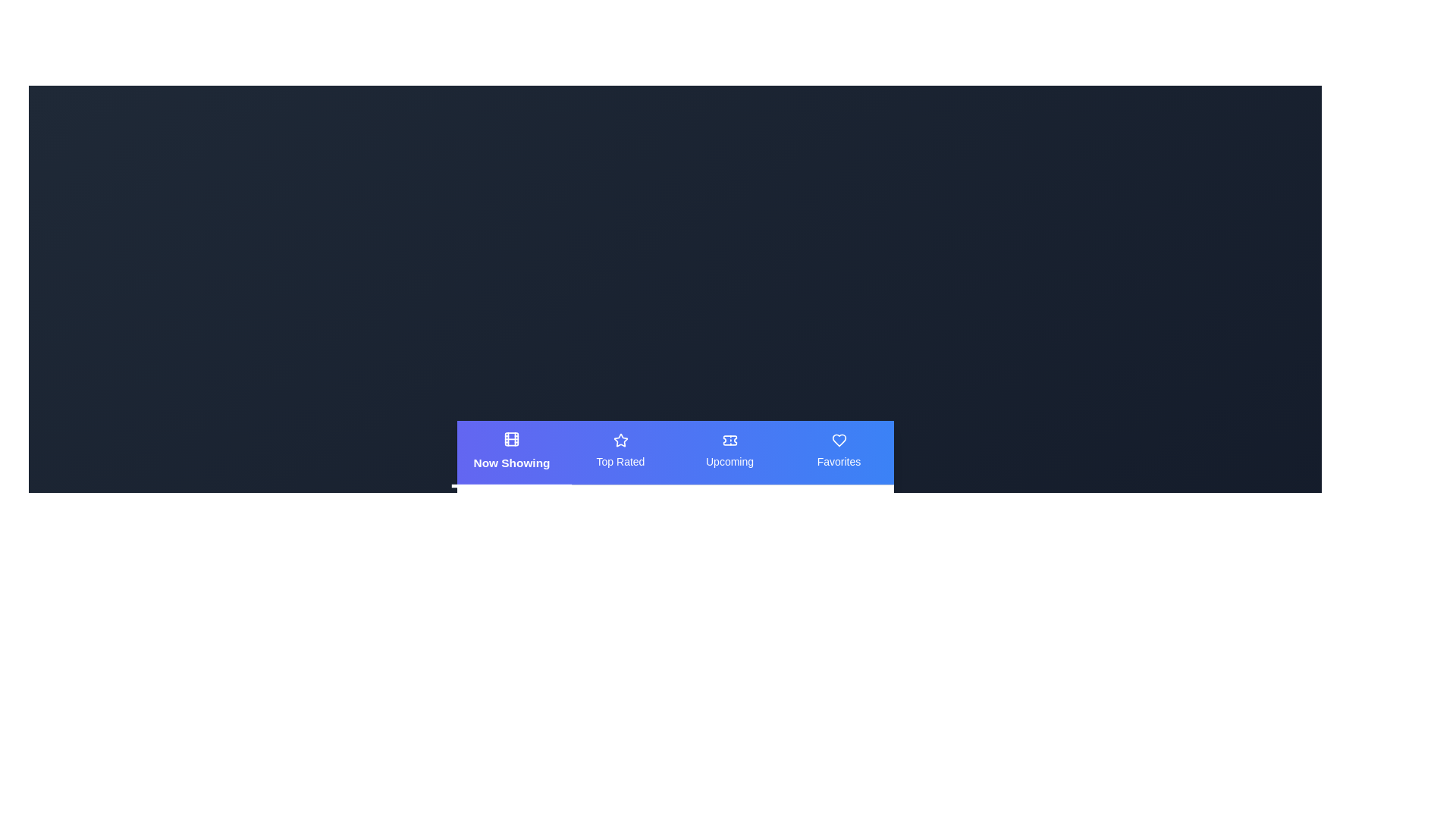 Image resolution: width=1456 pixels, height=819 pixels. I want to click on text label indicating the navigation option for currently available or featured content, positioned below the film strip icon in the bottom navigation bar, so click(511, 461).